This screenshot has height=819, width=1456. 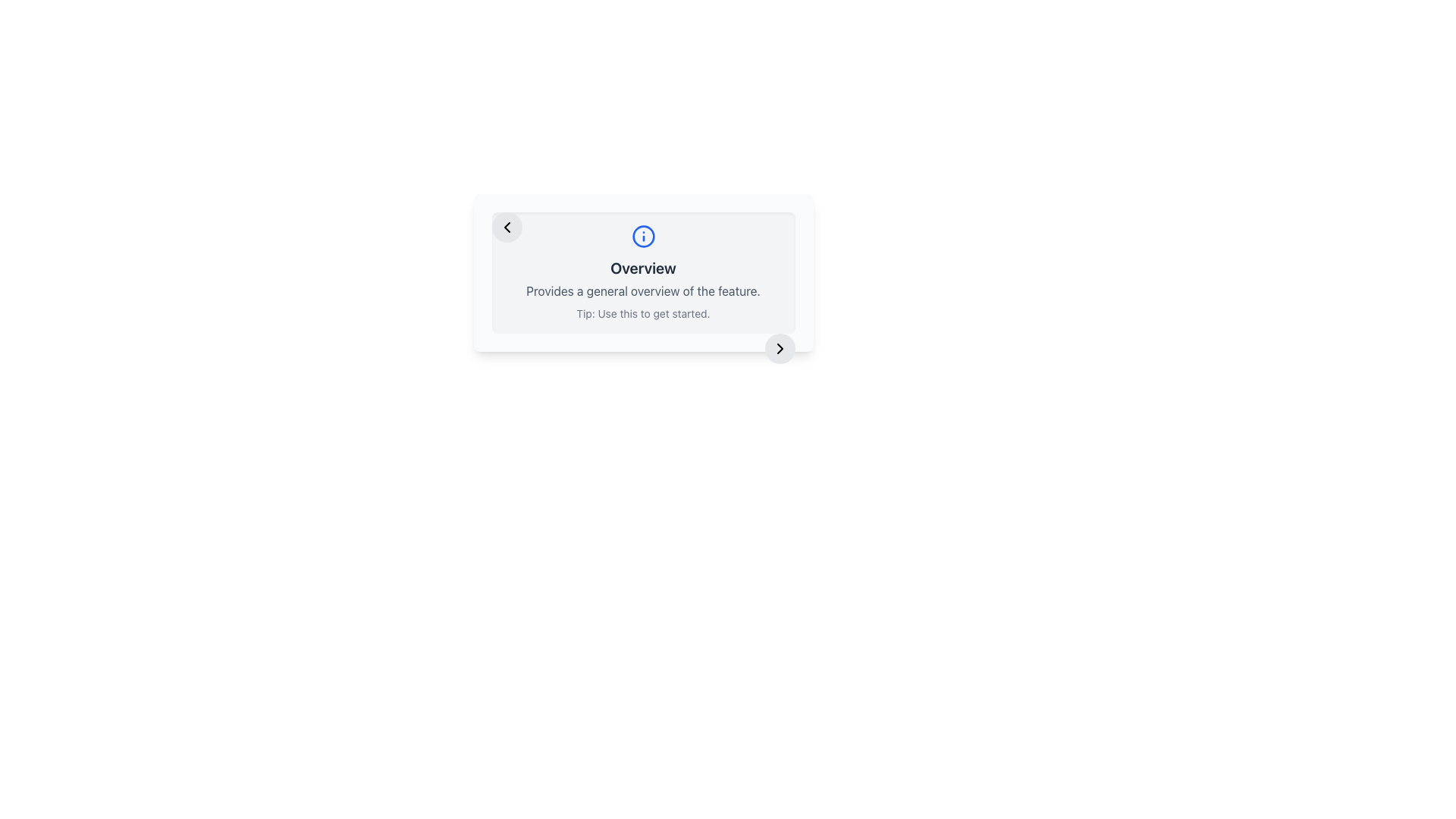 I want to click on the text label that reads 'Provides a general overview of the feature.' which is styled in gray and located below the title 'Overview', so click(x=643, y=291).